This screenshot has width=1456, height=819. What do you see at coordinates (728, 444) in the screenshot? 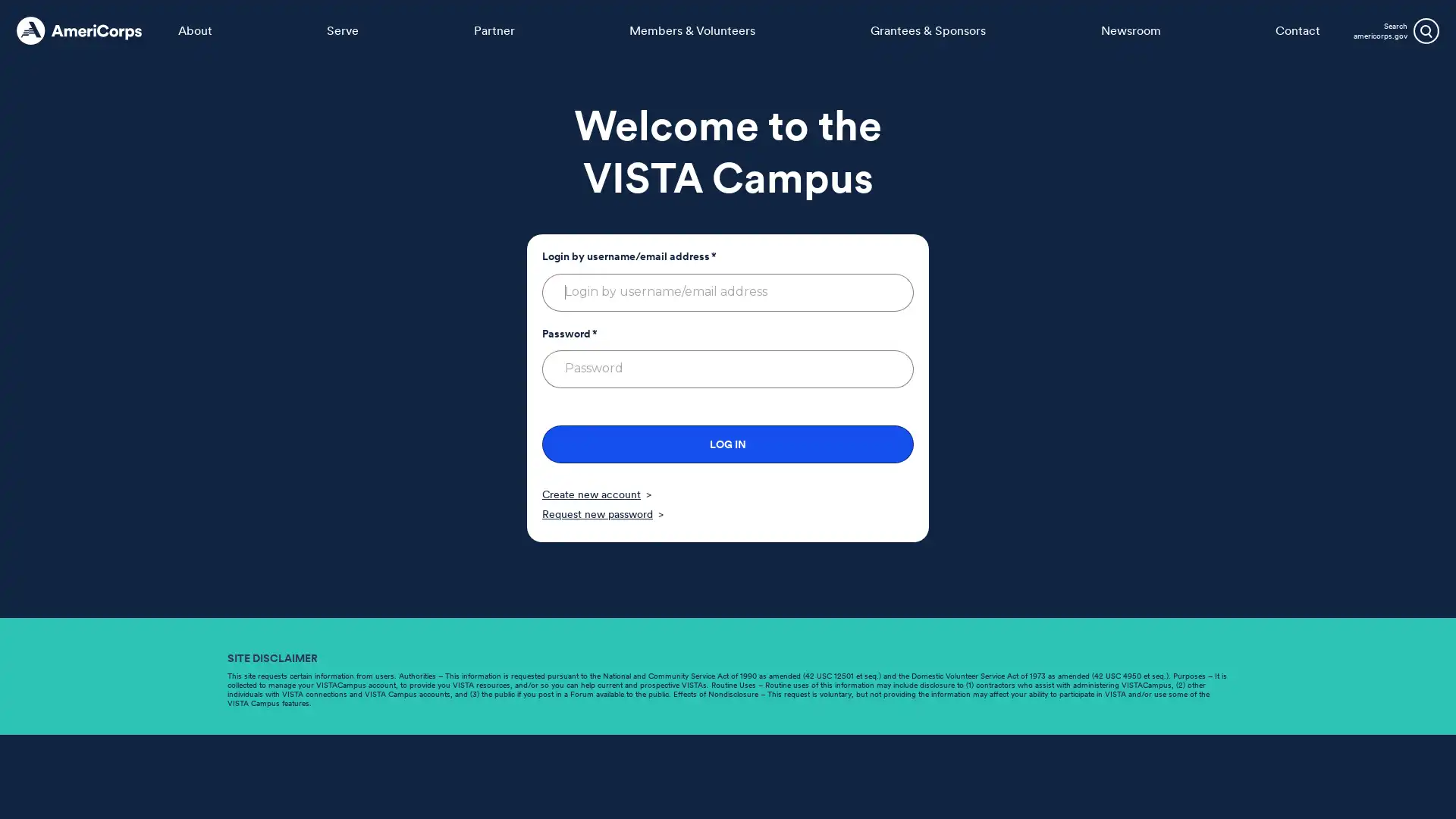
I see `Log in` at bounding box center [728, 444].